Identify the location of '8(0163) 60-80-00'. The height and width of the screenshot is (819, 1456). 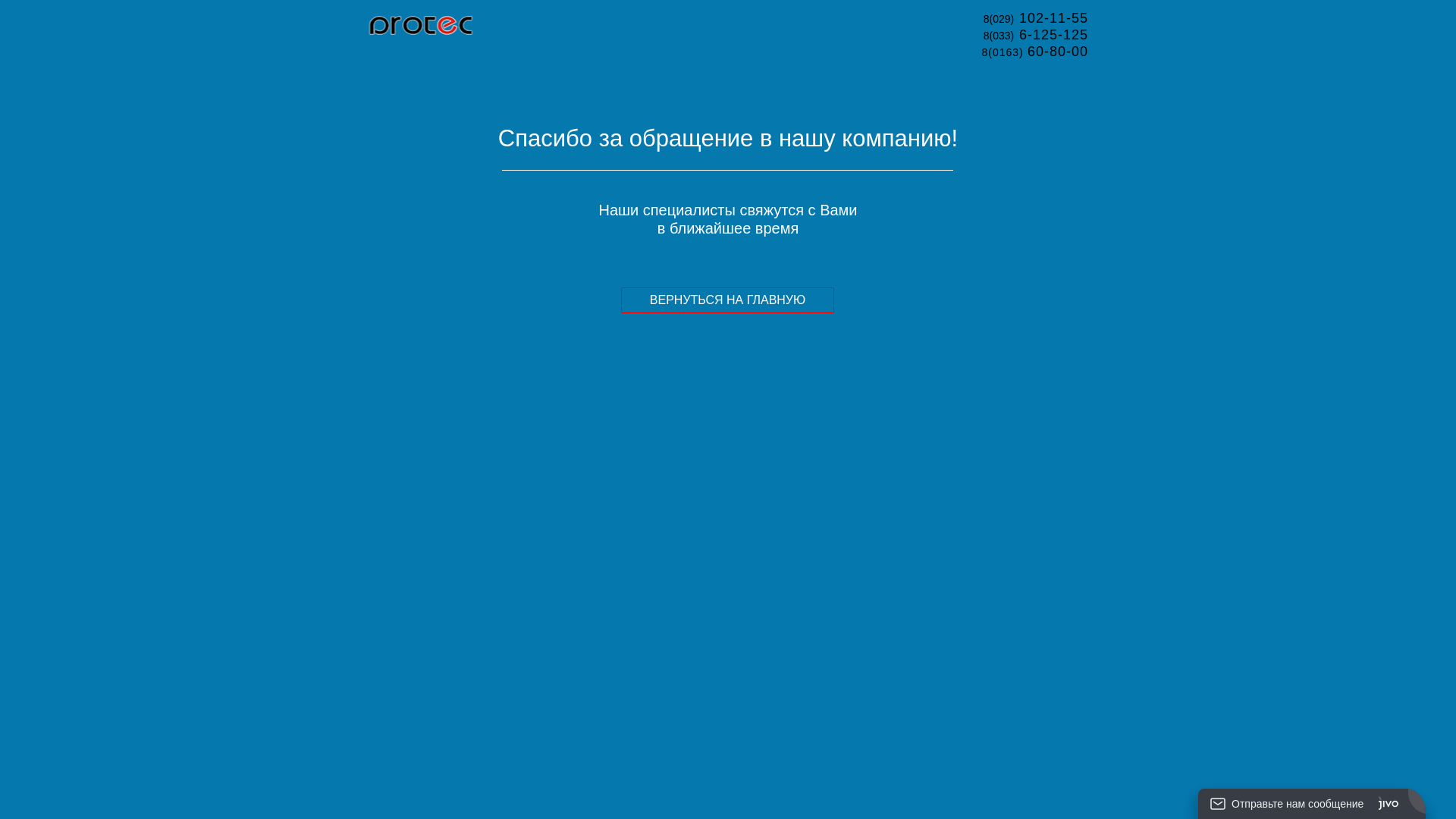
(1034, 52).